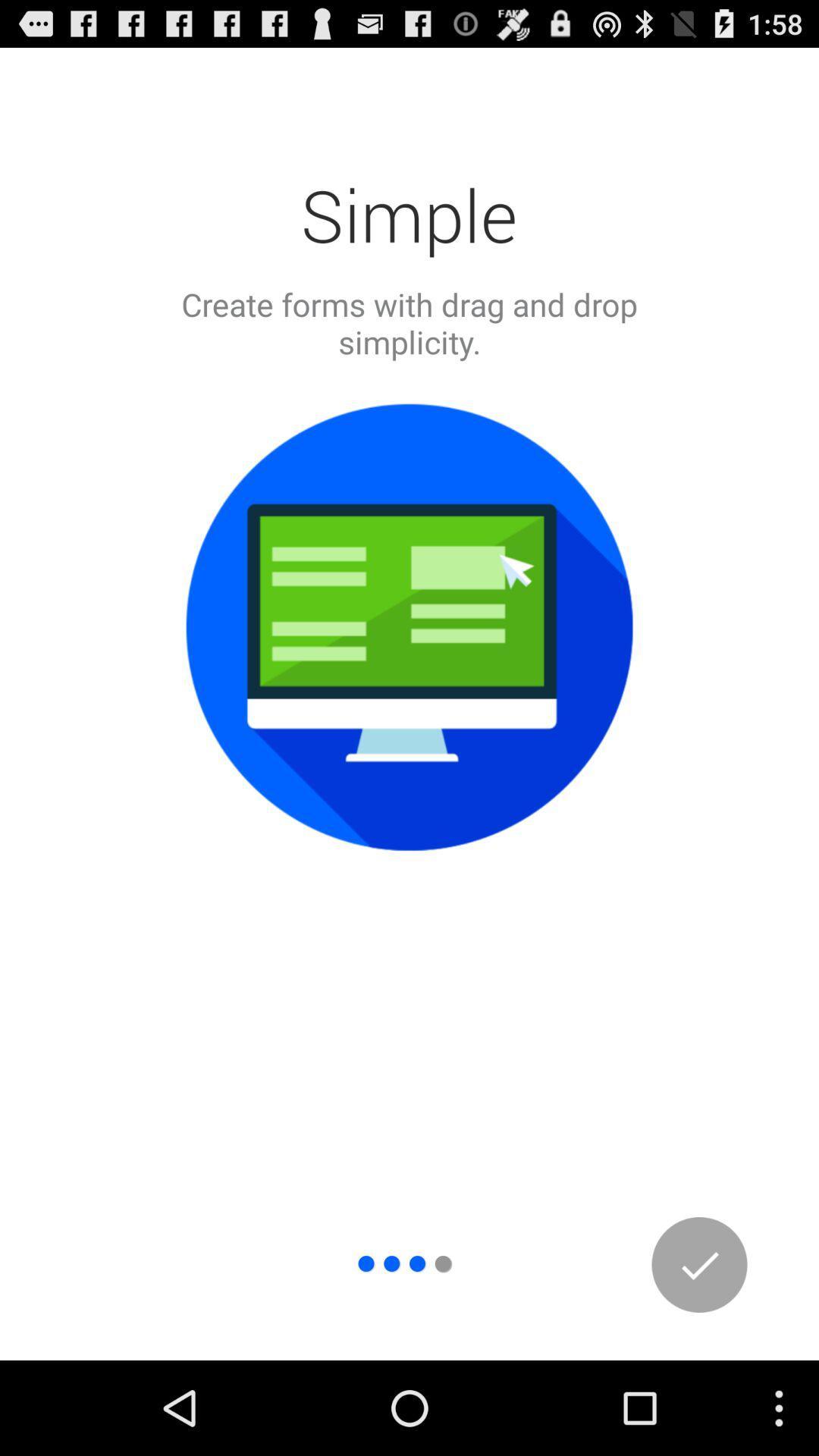 The image size is (819, 1456). I want to click on the check icon, so click(699, 1354).